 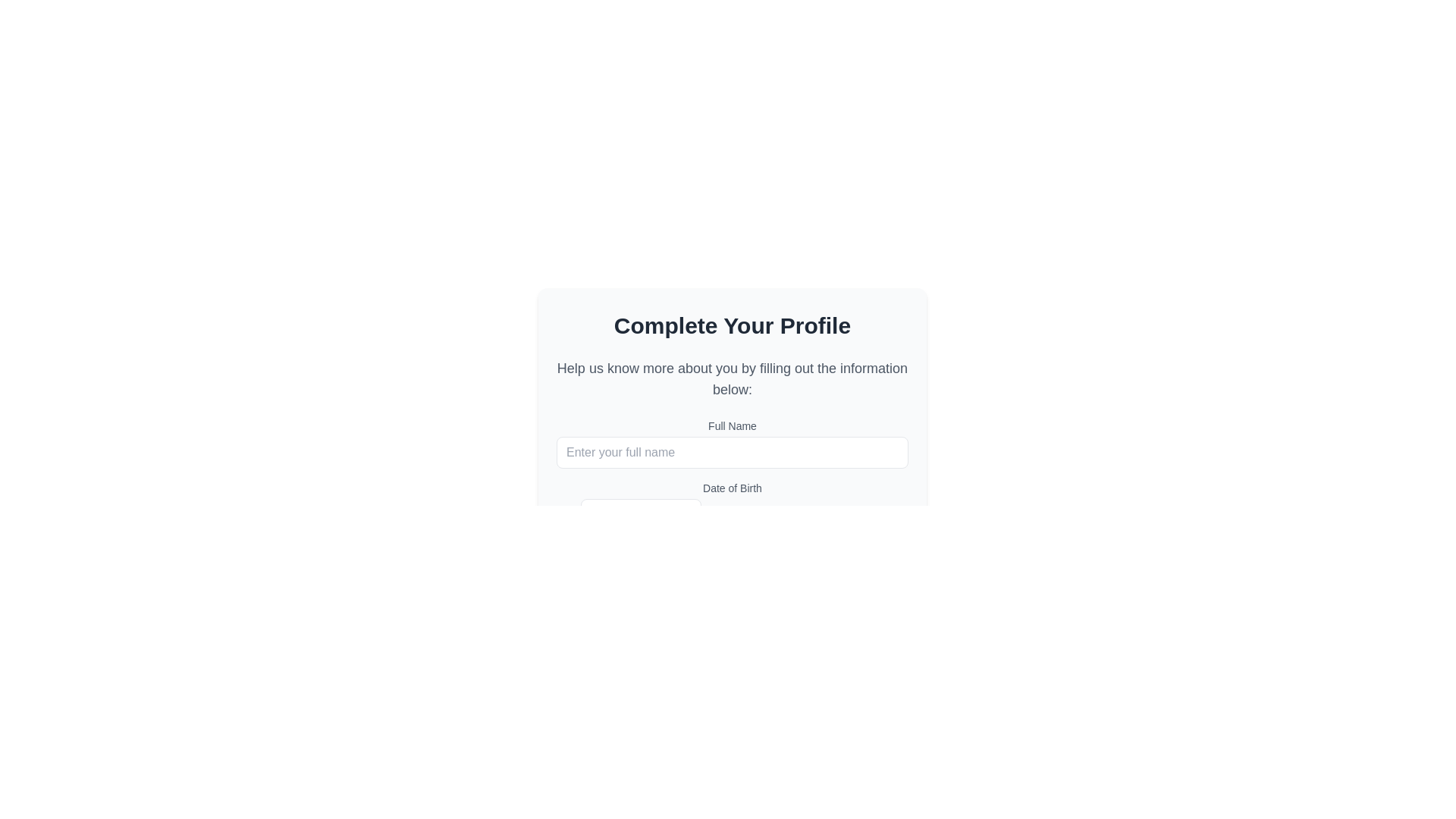 I want to click on the descriptive label for the text input field indicating the expected input (user's full name), which is positioned directly above the corresponding text input box, so click(x=732, y=426).